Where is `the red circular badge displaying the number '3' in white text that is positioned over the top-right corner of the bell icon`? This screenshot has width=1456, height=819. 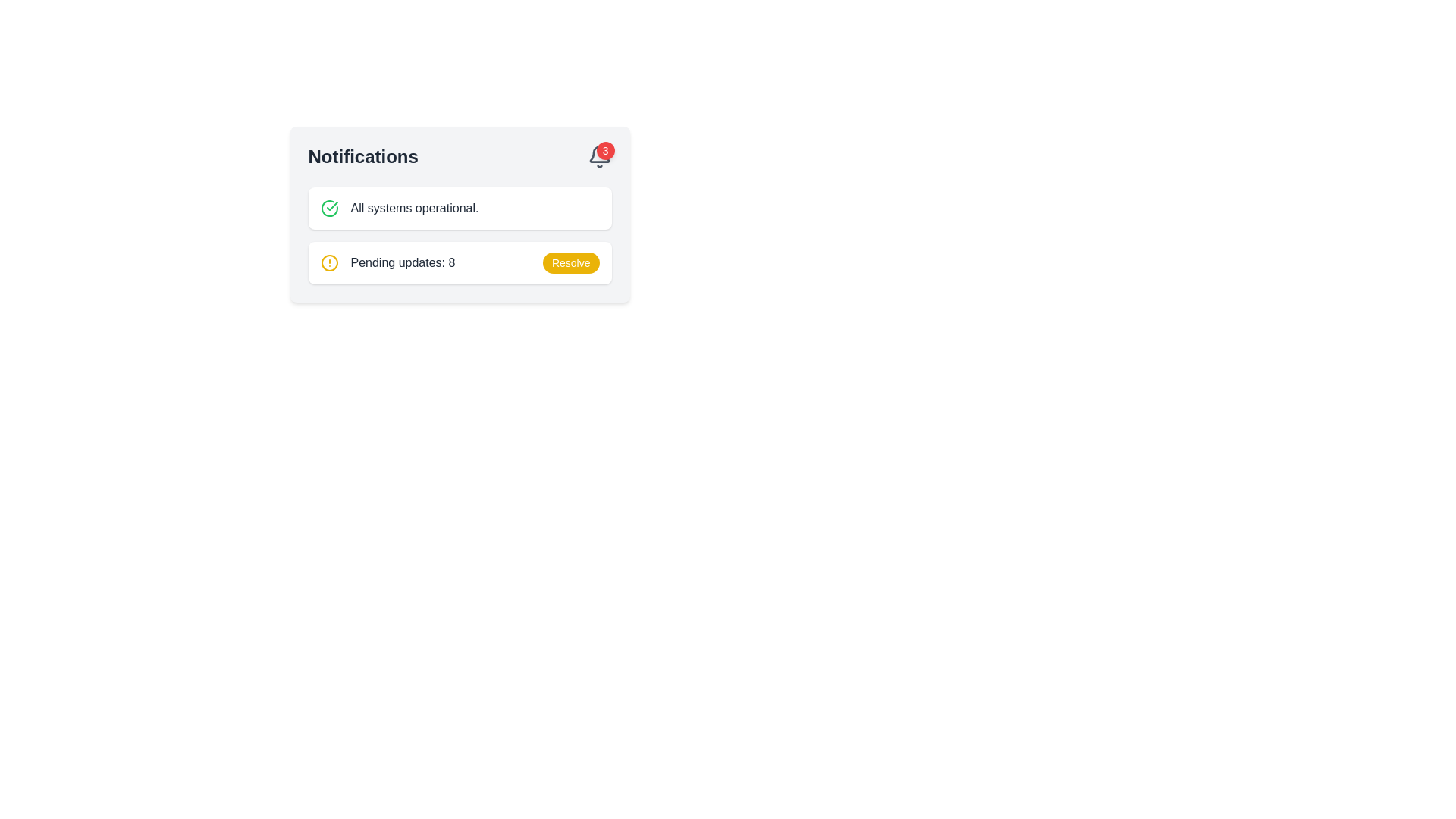 the red circular badge displaying the number '3' in white text that is positioned over the top-right corner of the bell icon is located at coordinates (598, 157).